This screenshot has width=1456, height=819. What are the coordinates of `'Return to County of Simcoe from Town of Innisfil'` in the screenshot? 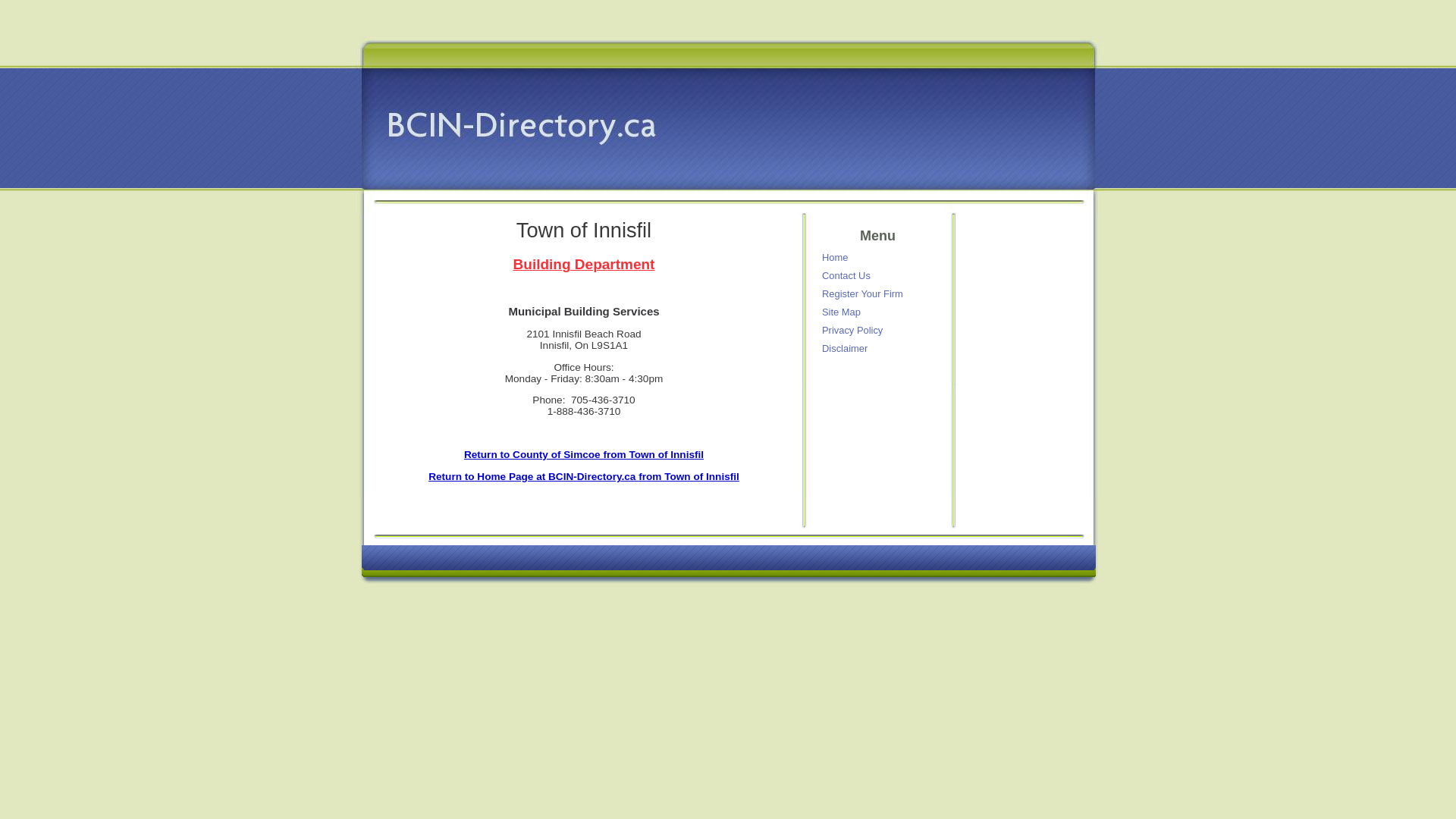 It's located at (582, 453).